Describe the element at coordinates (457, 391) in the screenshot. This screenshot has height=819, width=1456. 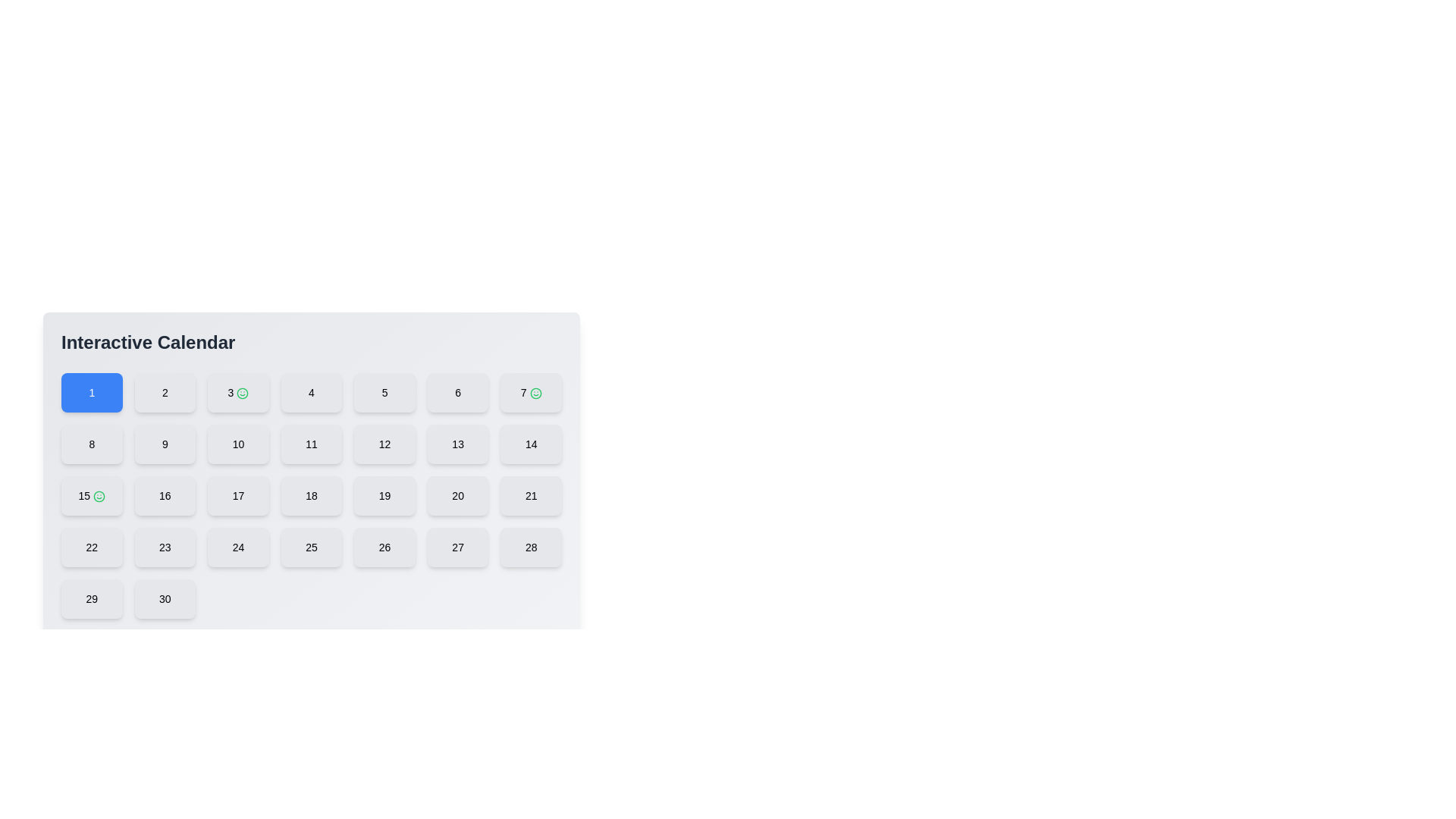
I see `the button representing the sixth day` at that location.